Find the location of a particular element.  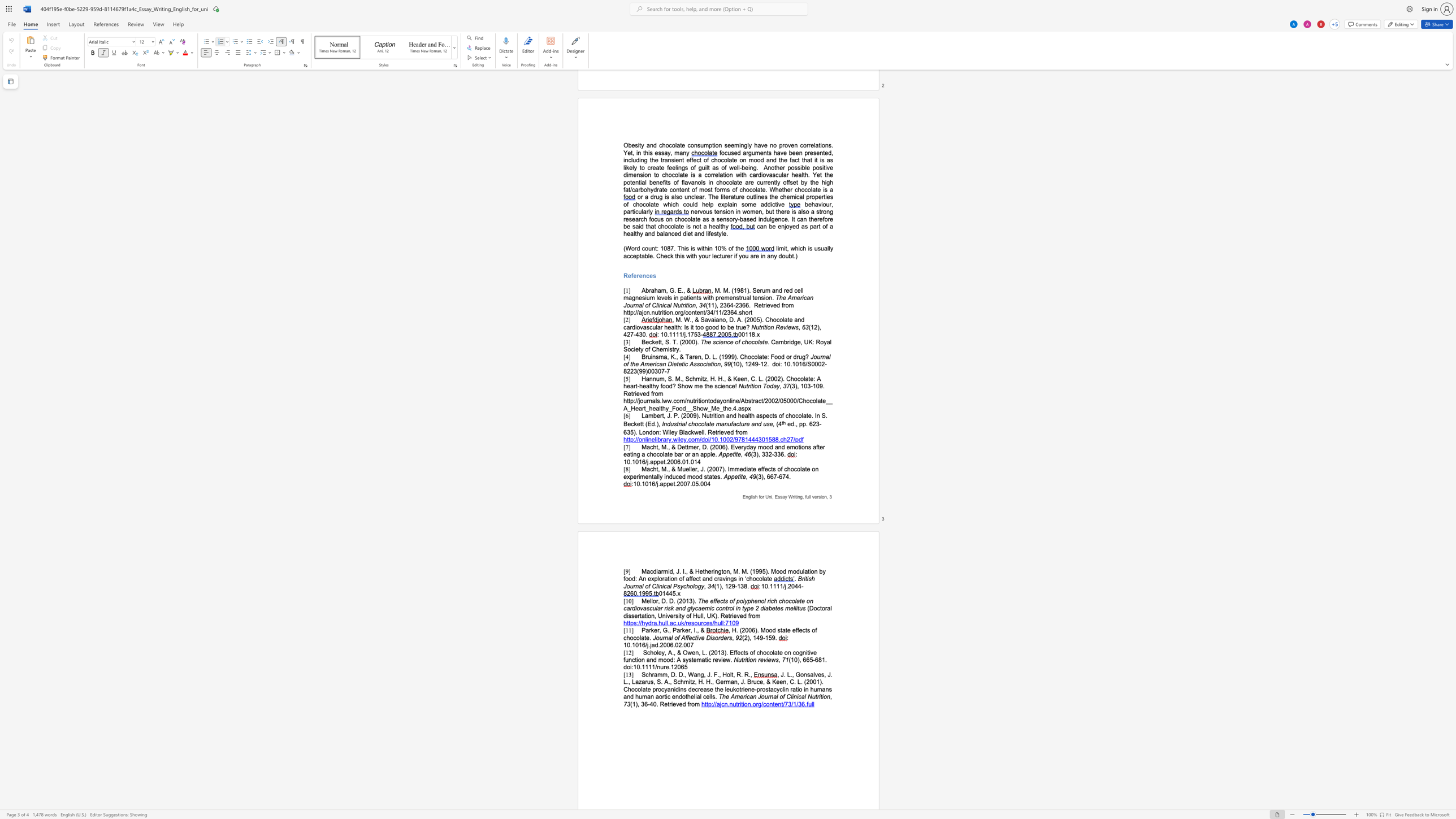

the space between the continuous character "j" and "." in the text is located at coordinates (648, 644).